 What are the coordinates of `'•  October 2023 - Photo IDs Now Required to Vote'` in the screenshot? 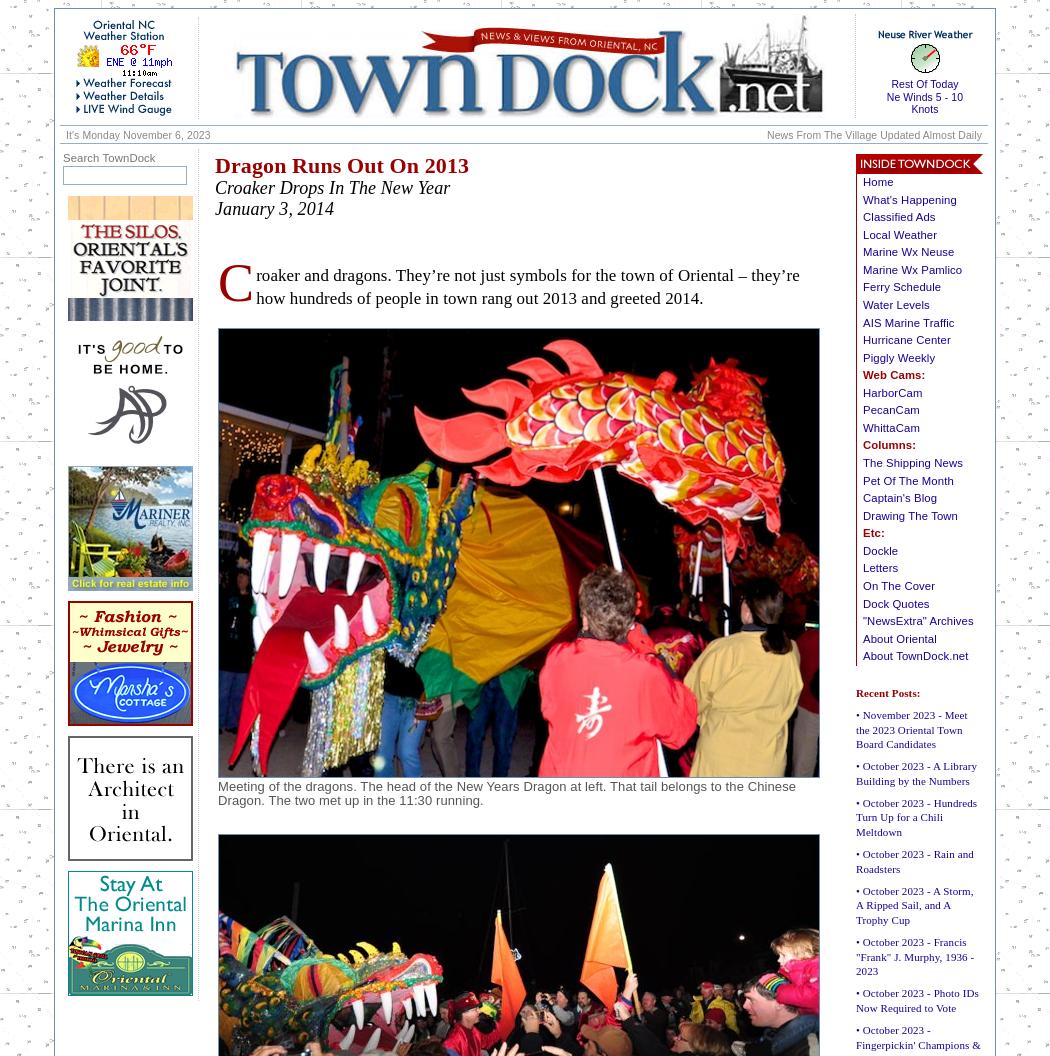 It's located at (916, 999).